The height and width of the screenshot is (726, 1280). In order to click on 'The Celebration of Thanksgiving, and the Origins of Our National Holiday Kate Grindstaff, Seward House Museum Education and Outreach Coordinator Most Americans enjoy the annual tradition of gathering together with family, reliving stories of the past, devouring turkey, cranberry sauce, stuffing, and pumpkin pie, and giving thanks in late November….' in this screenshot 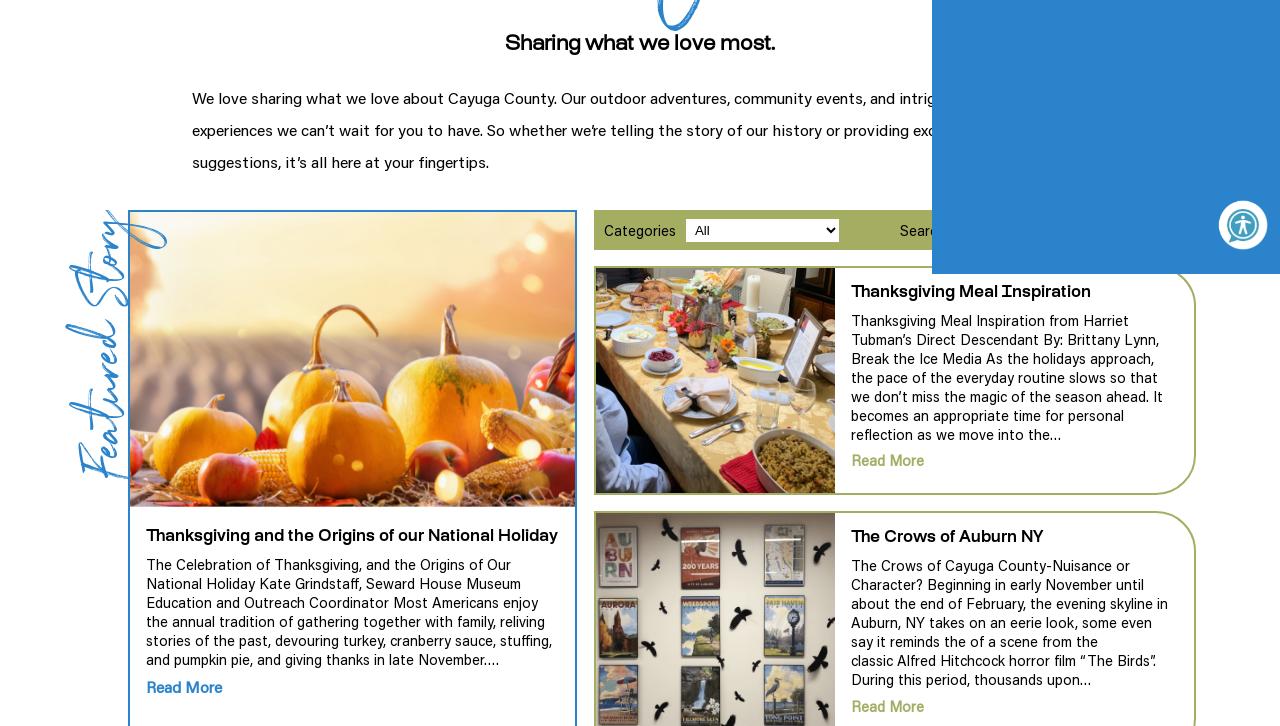, I will do `click(349, 611)`.